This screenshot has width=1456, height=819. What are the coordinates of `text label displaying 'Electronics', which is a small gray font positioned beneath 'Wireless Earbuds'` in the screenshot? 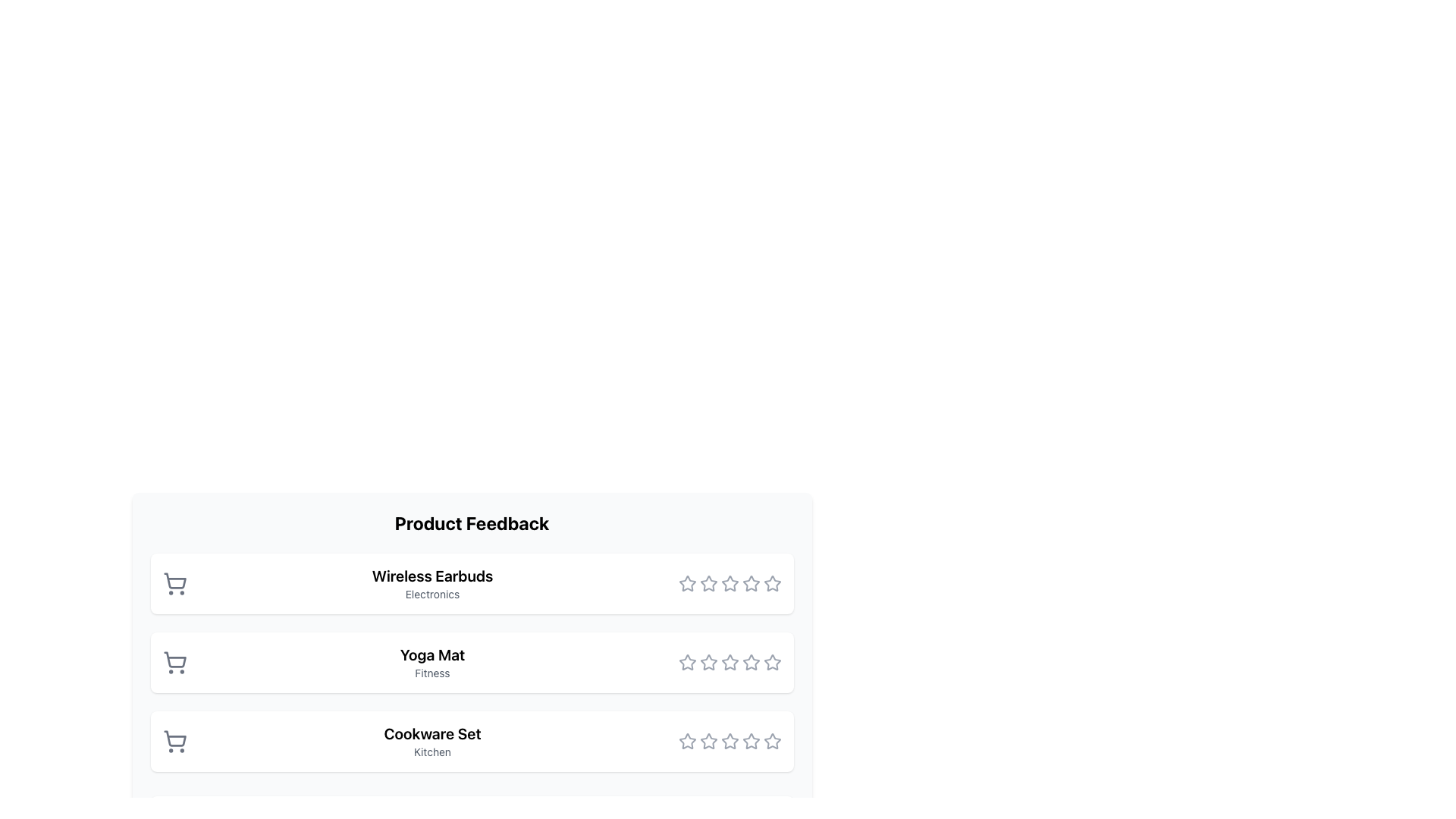 It's located at (431, 593).